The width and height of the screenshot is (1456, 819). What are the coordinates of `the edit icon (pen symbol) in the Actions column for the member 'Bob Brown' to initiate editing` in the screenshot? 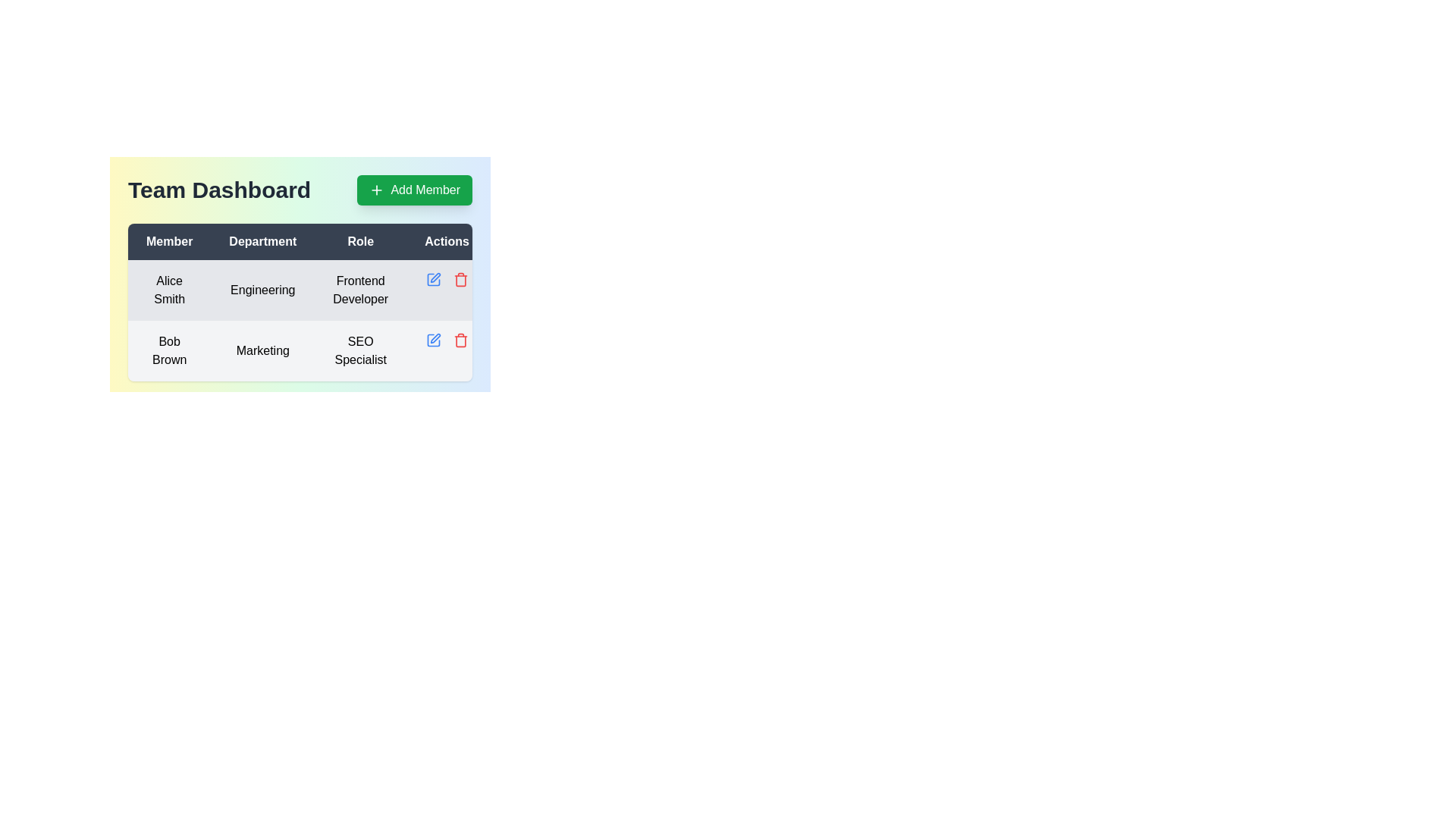 It's located at (435, 278).